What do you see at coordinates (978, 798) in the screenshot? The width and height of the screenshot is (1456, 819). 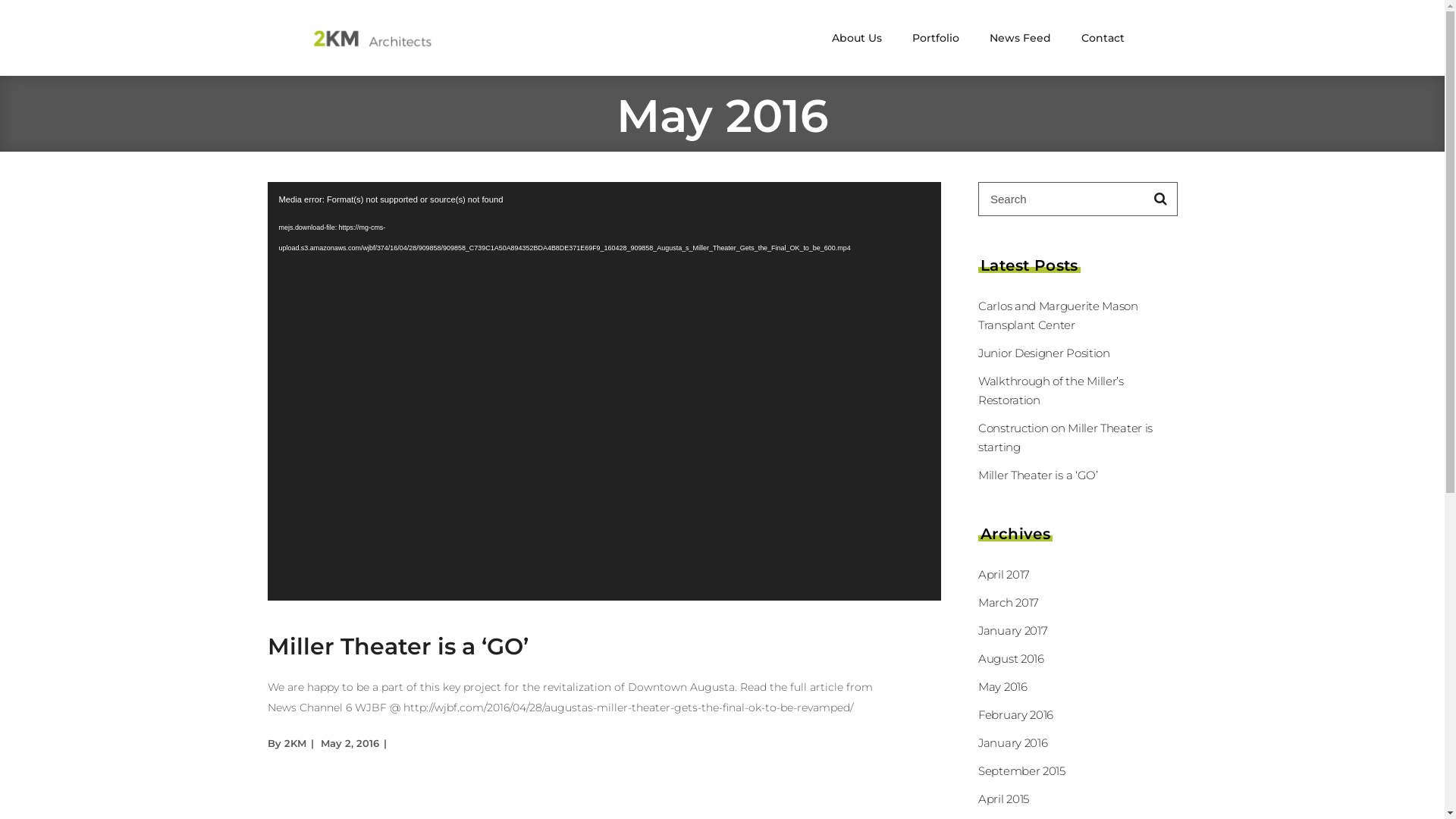 I see `'April 2015'` at bounding box center [978, 798].